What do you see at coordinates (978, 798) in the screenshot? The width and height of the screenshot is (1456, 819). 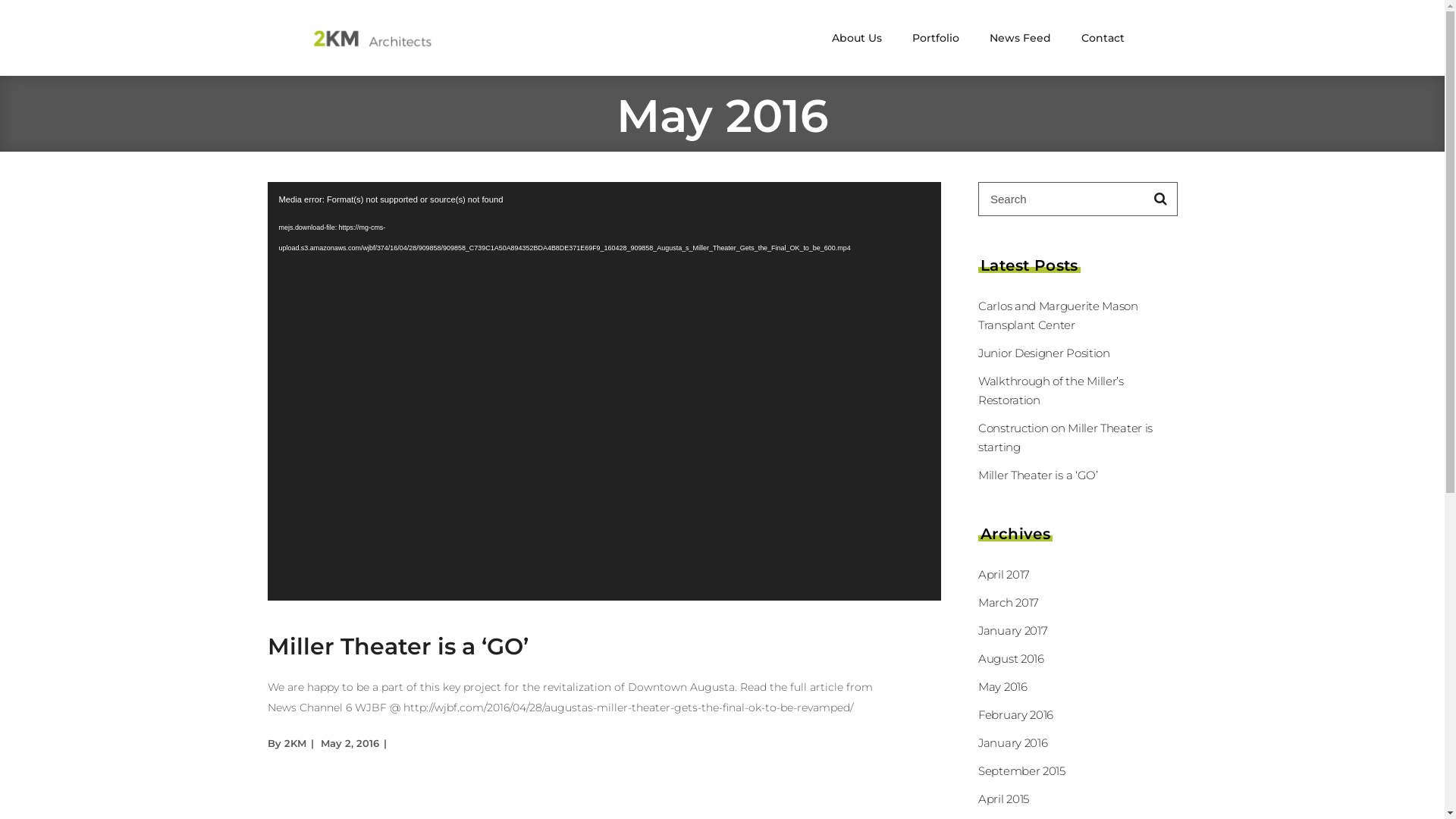 I see `'April 2015'` at bounding box center [978, 798].